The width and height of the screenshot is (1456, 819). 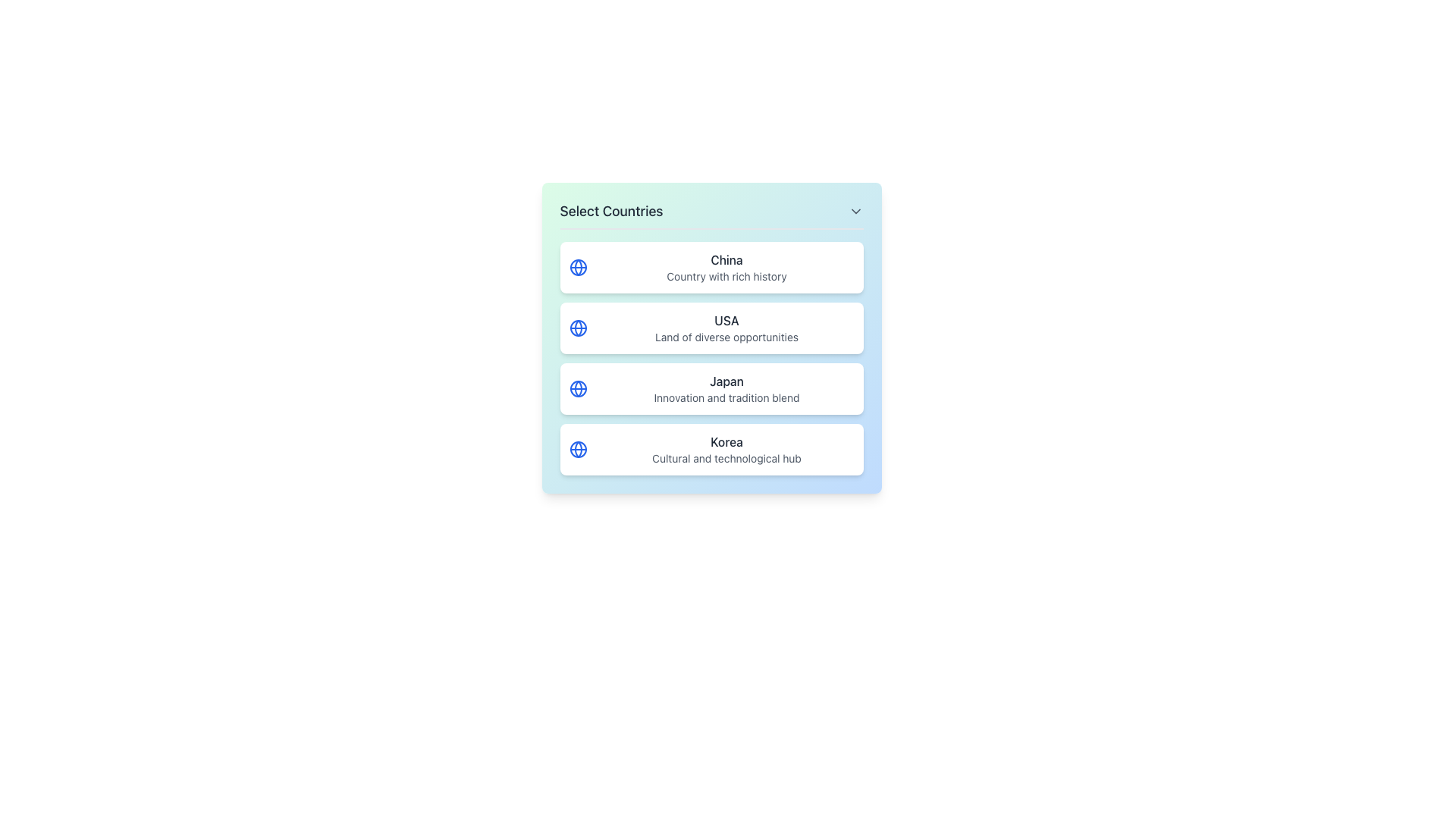 I want to click on the label displaying 'Japan', which is the third item in the country list, positioned between 'USA' and 'Korea', so click(x=726, y=380).